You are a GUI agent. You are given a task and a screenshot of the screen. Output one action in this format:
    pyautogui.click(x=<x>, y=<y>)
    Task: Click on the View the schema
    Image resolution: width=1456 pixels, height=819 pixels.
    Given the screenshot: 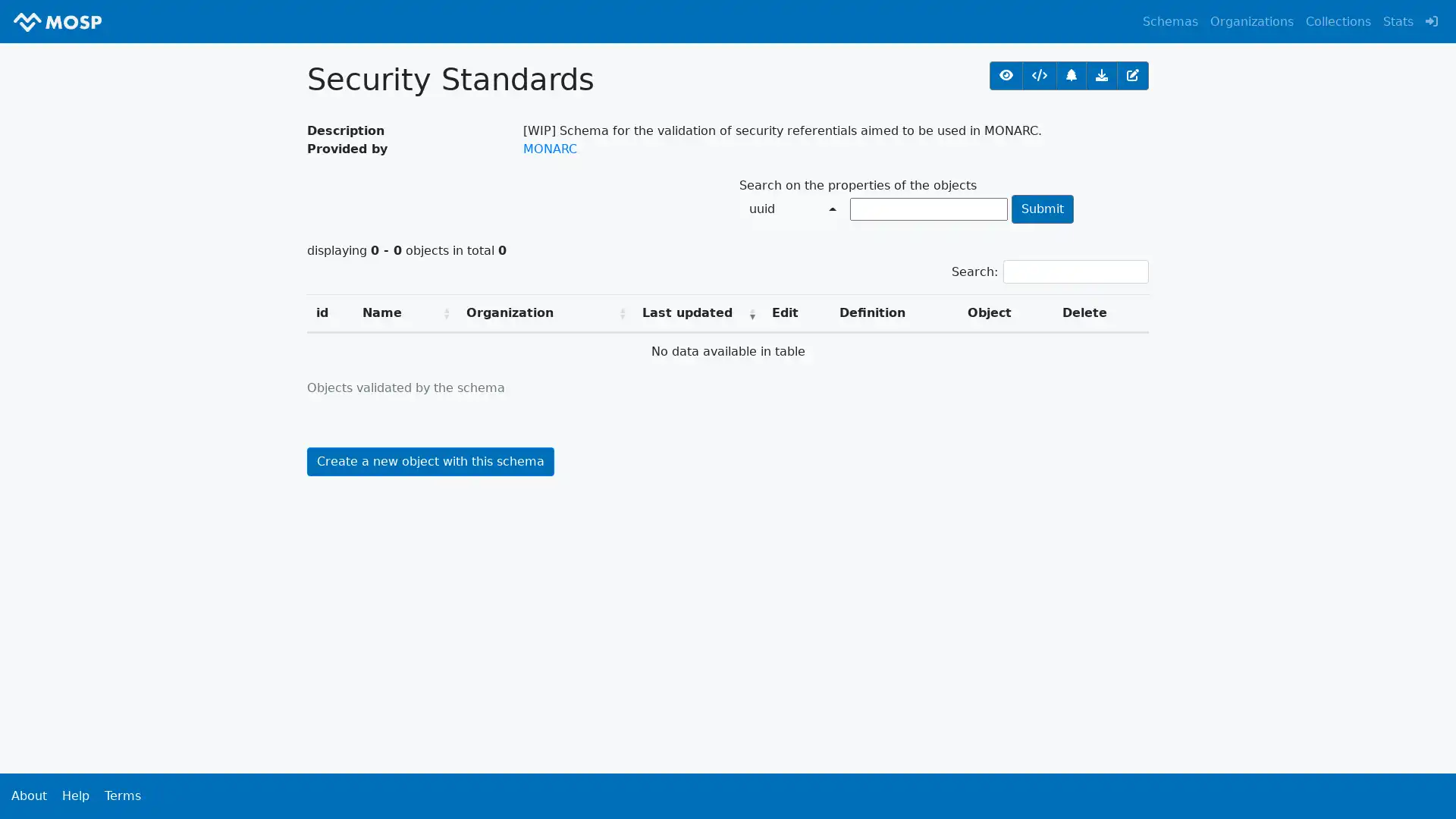 What is the action you would take?
    pyautogui.click(x=1006, y=76)
    